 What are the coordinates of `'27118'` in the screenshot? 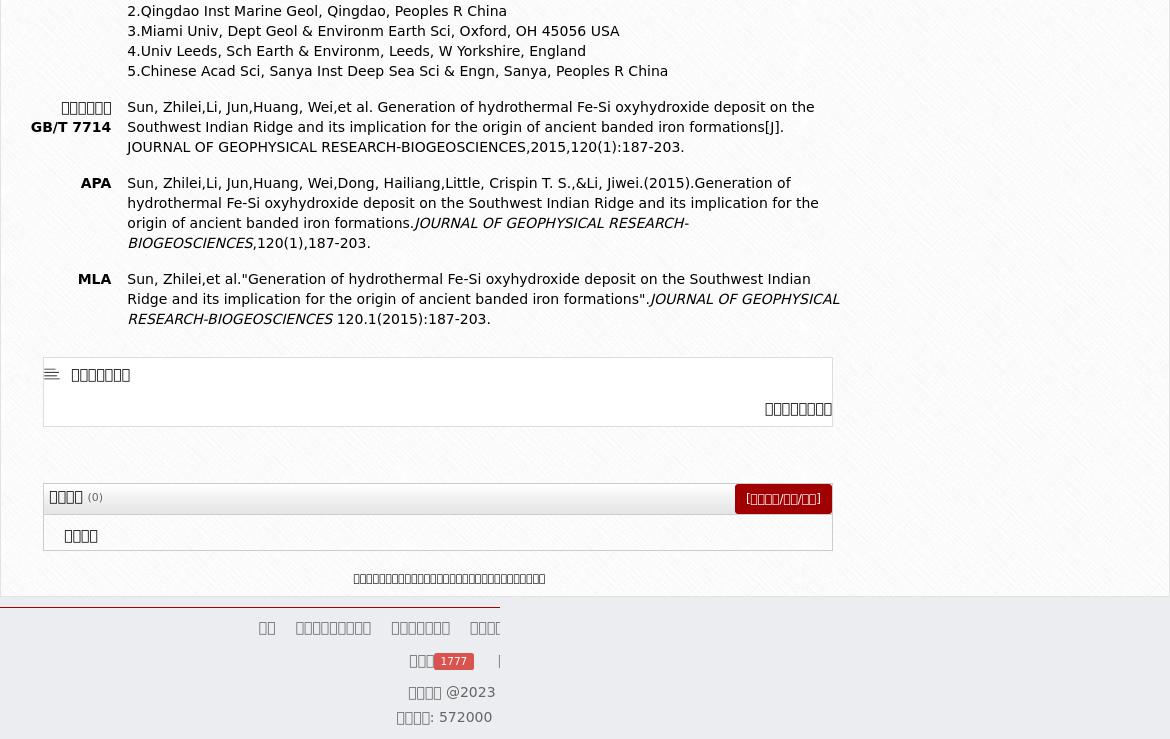 It's located at (719, 660).